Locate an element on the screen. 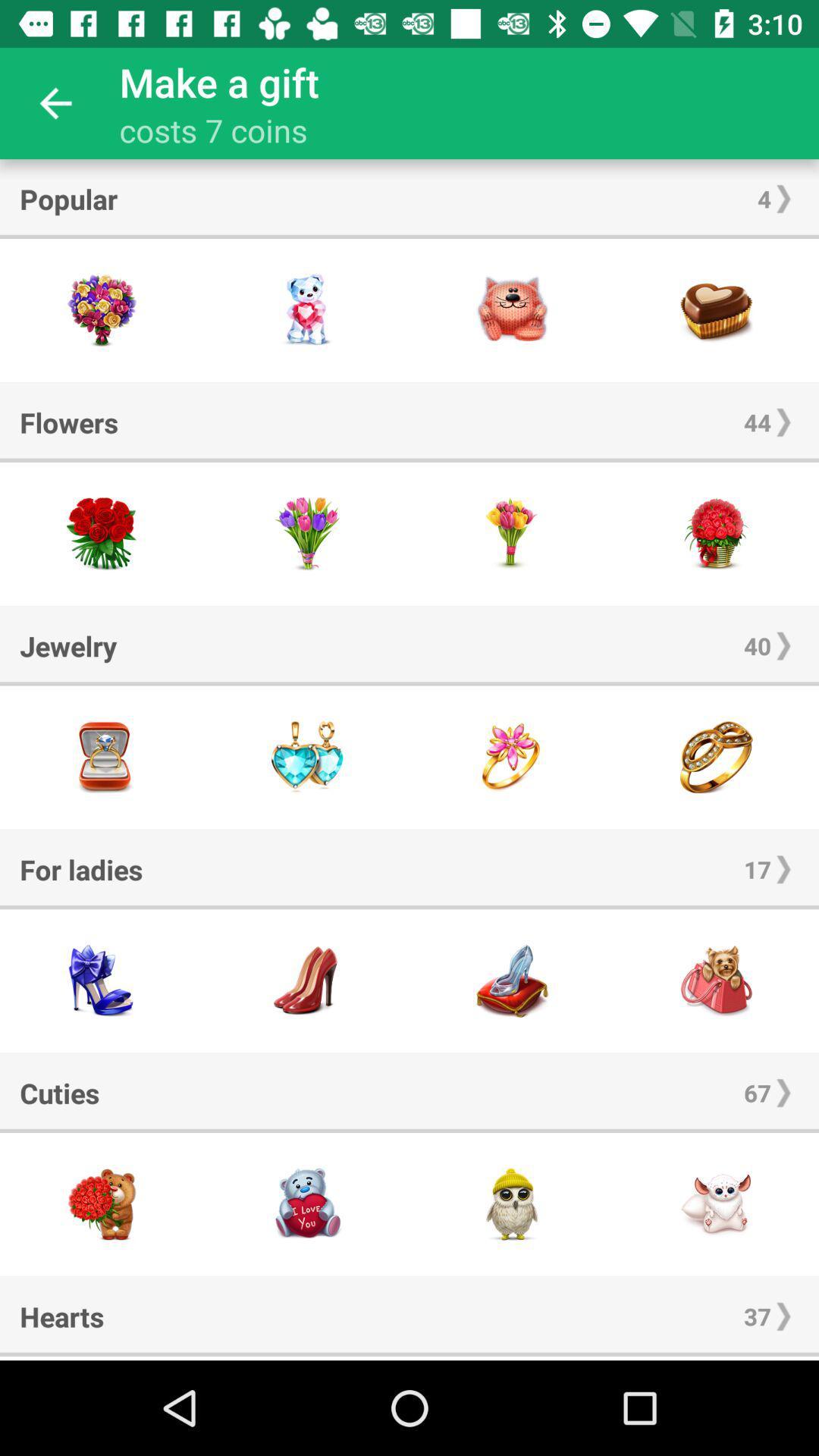  gift is located at coordinates (307, 309).